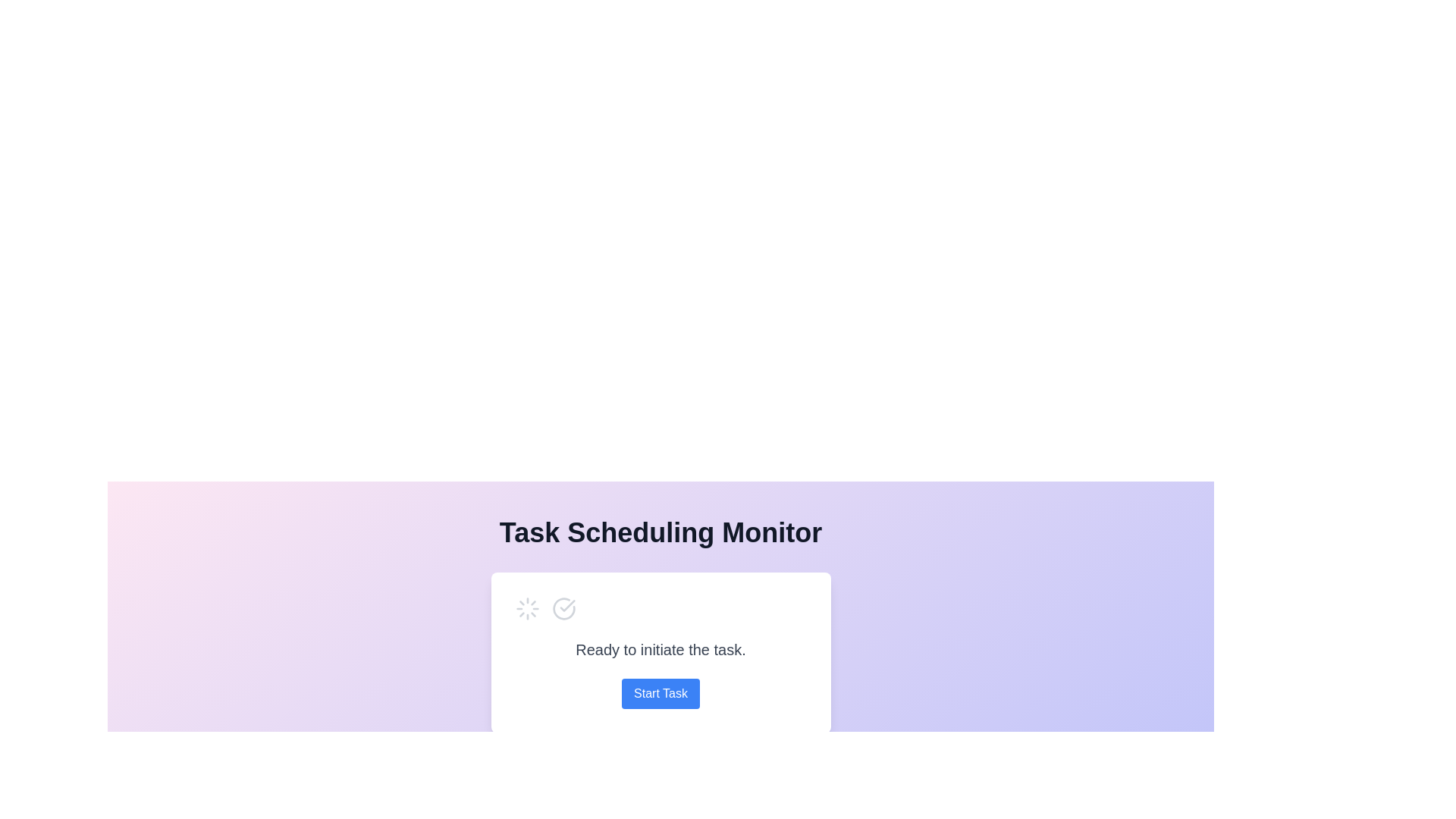 The width and height of the screenshot is (1456, 819). I want to click on the success status icon, which is the second icon in a horizontal group of icons, indicating completion or readiness, so click(563, 607).